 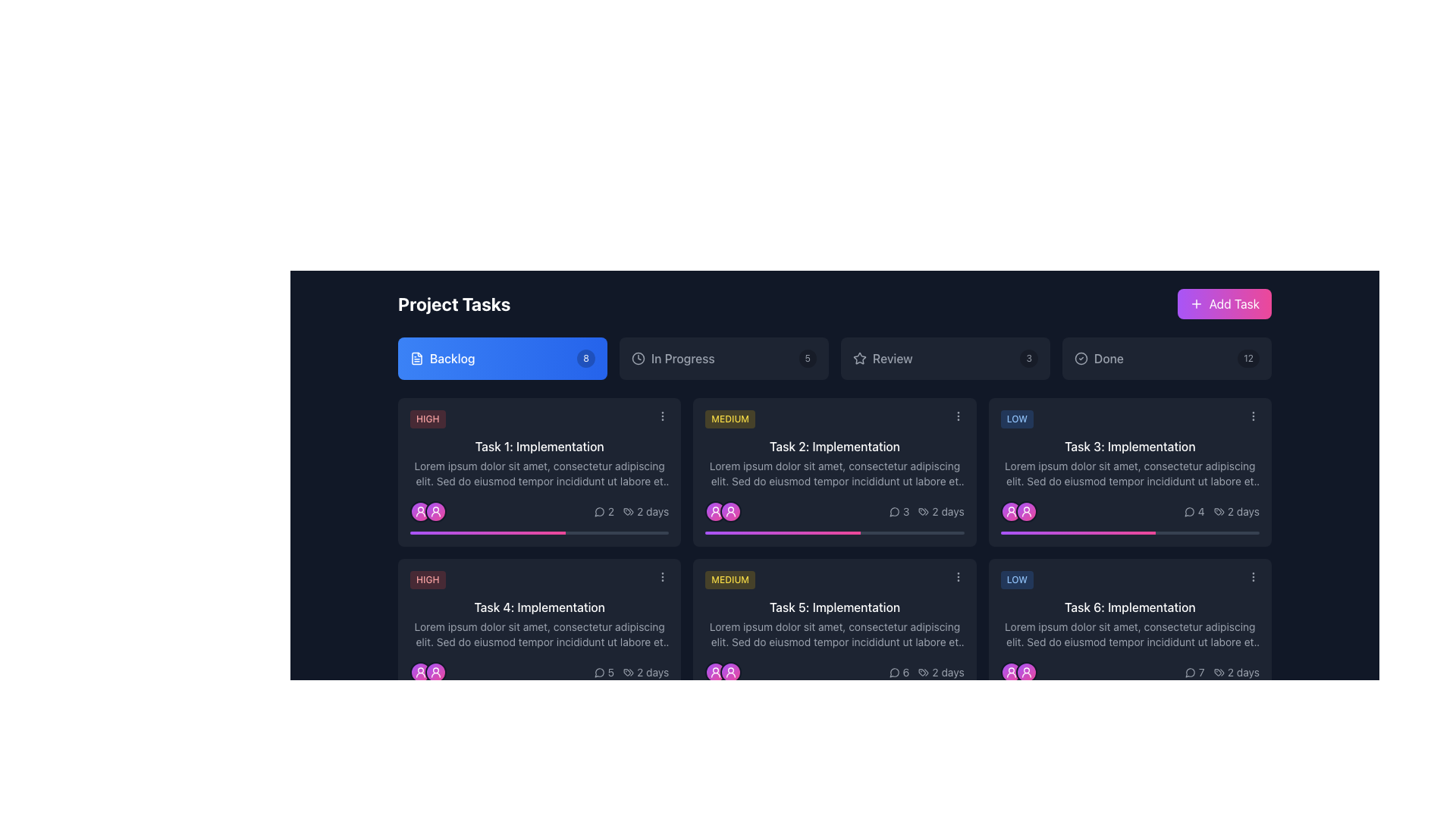 What do you see at coordinates (672, 359) in the screenshot?
I see `the 'In Progress' label with an icon in the task management system` at bounding box center [672, 359].